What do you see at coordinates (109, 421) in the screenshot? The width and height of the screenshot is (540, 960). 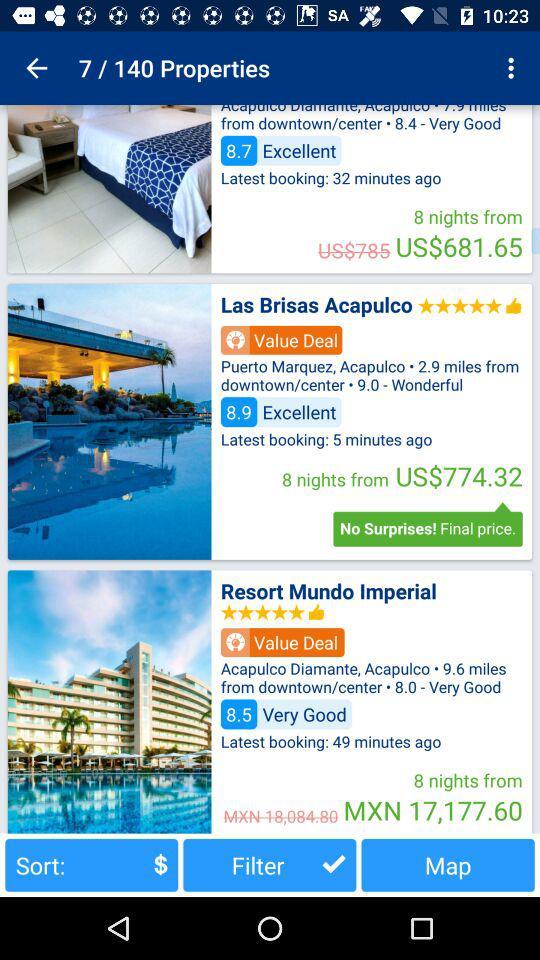 I see `hotel thumbnail` at bounding box center [109, 421].